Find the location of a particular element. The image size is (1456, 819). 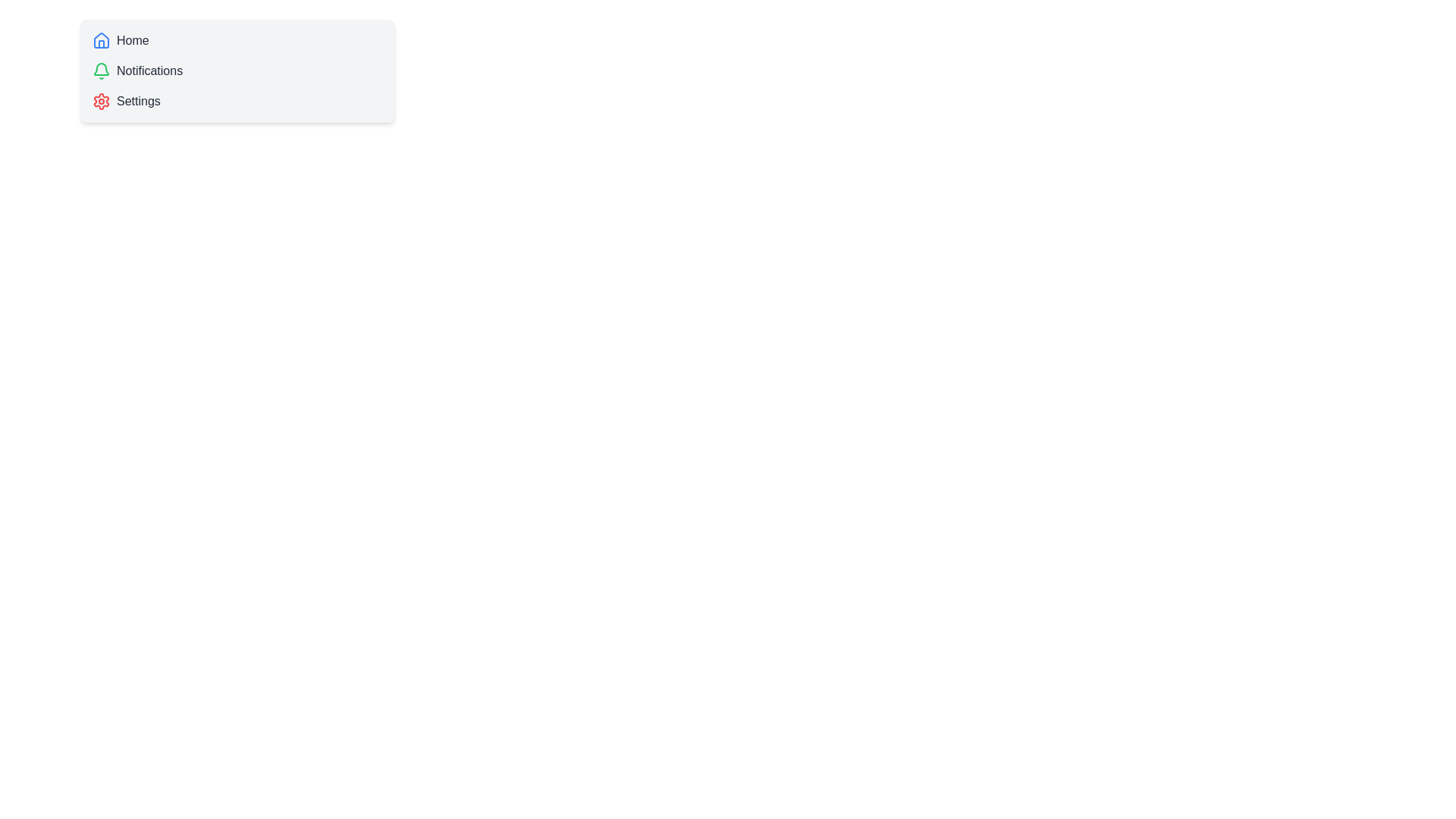

the bell-shaped icon with a green stroke and white interior located in the 'Notifications' section, directly left of the text 'Notifications' is located at coordinates (101, 71).